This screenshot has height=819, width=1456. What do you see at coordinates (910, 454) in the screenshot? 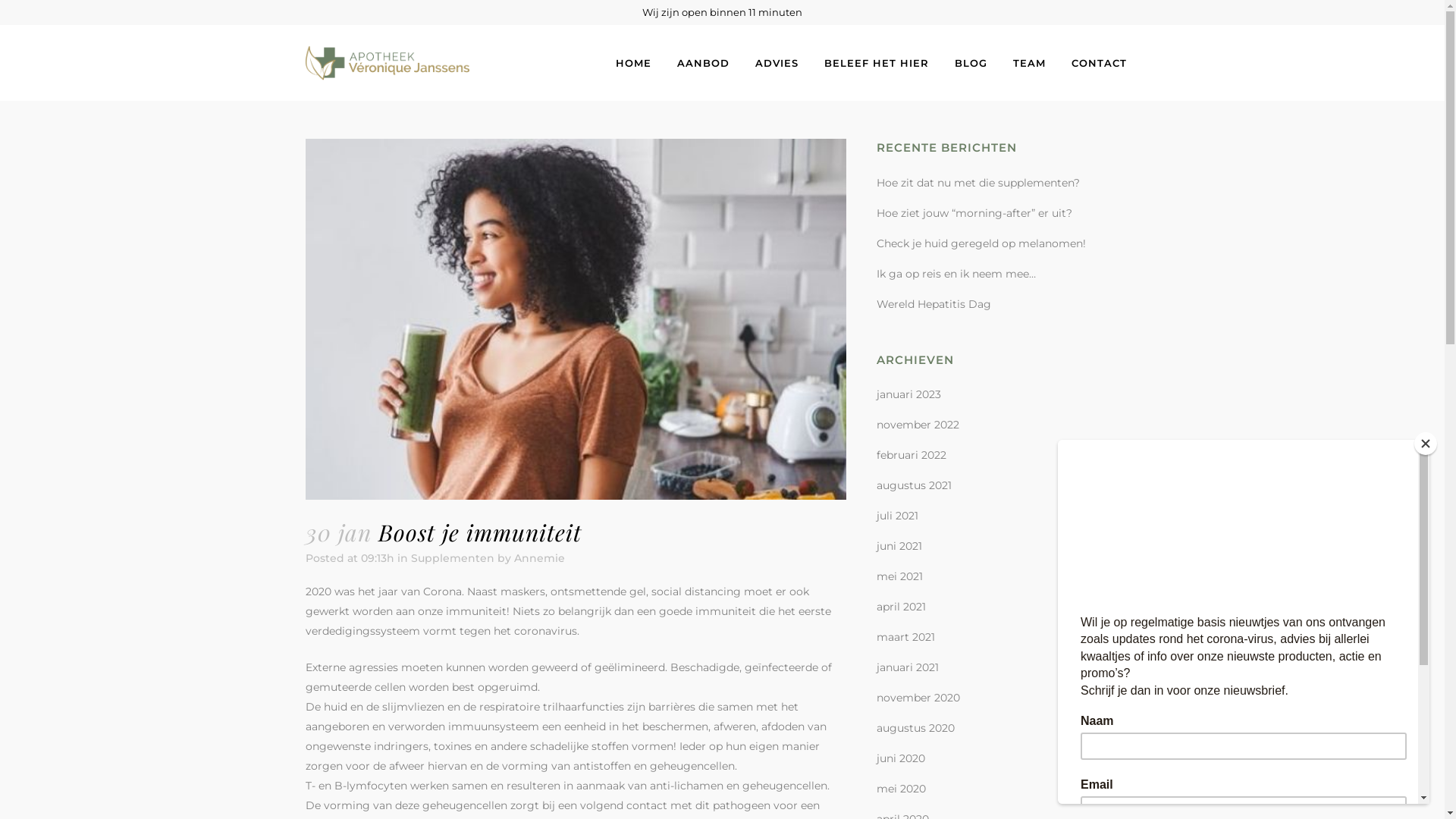
I see `'februari 2022'` at bounding box center [910, 454].